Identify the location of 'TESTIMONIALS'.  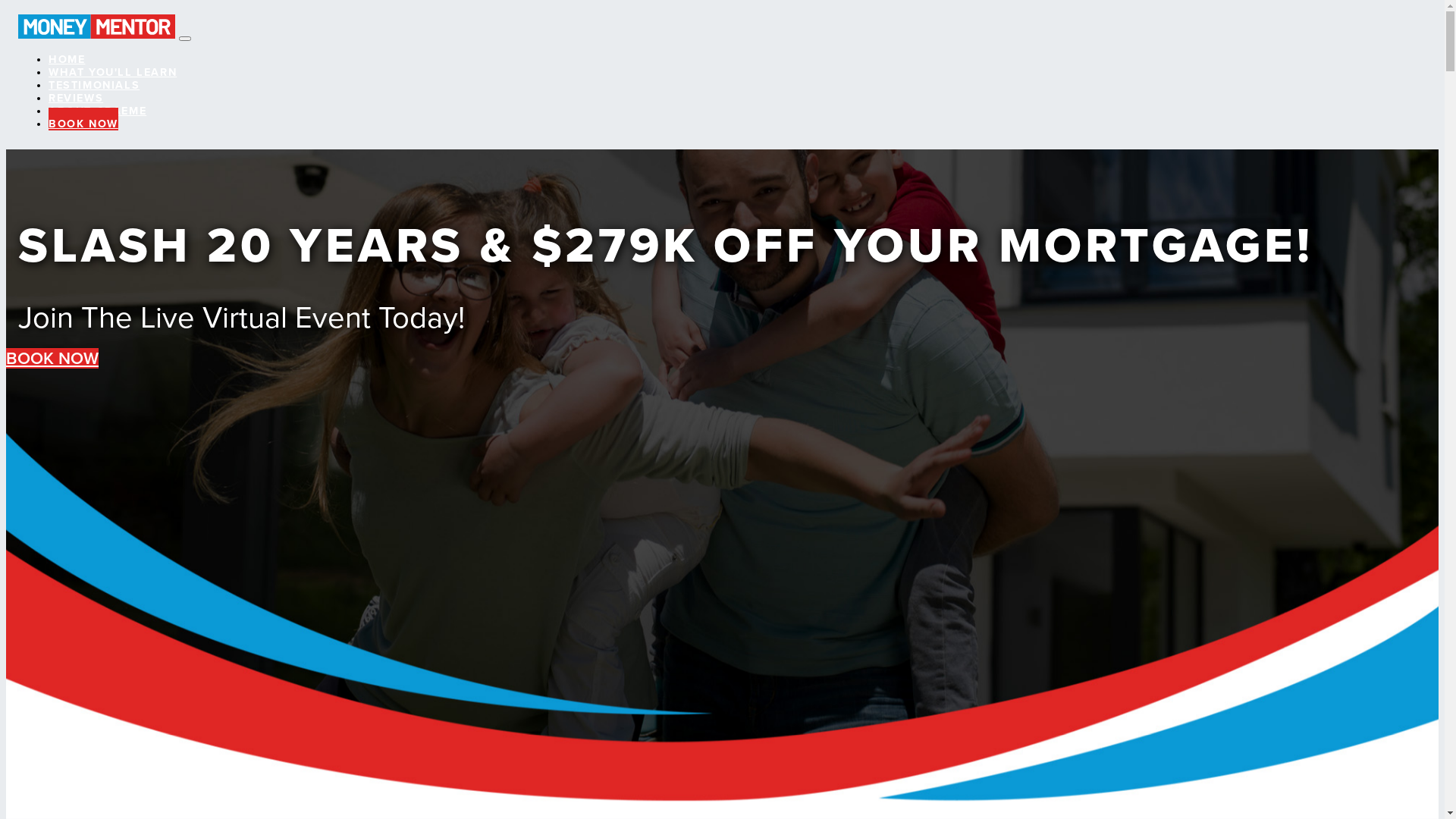
(48, 80).